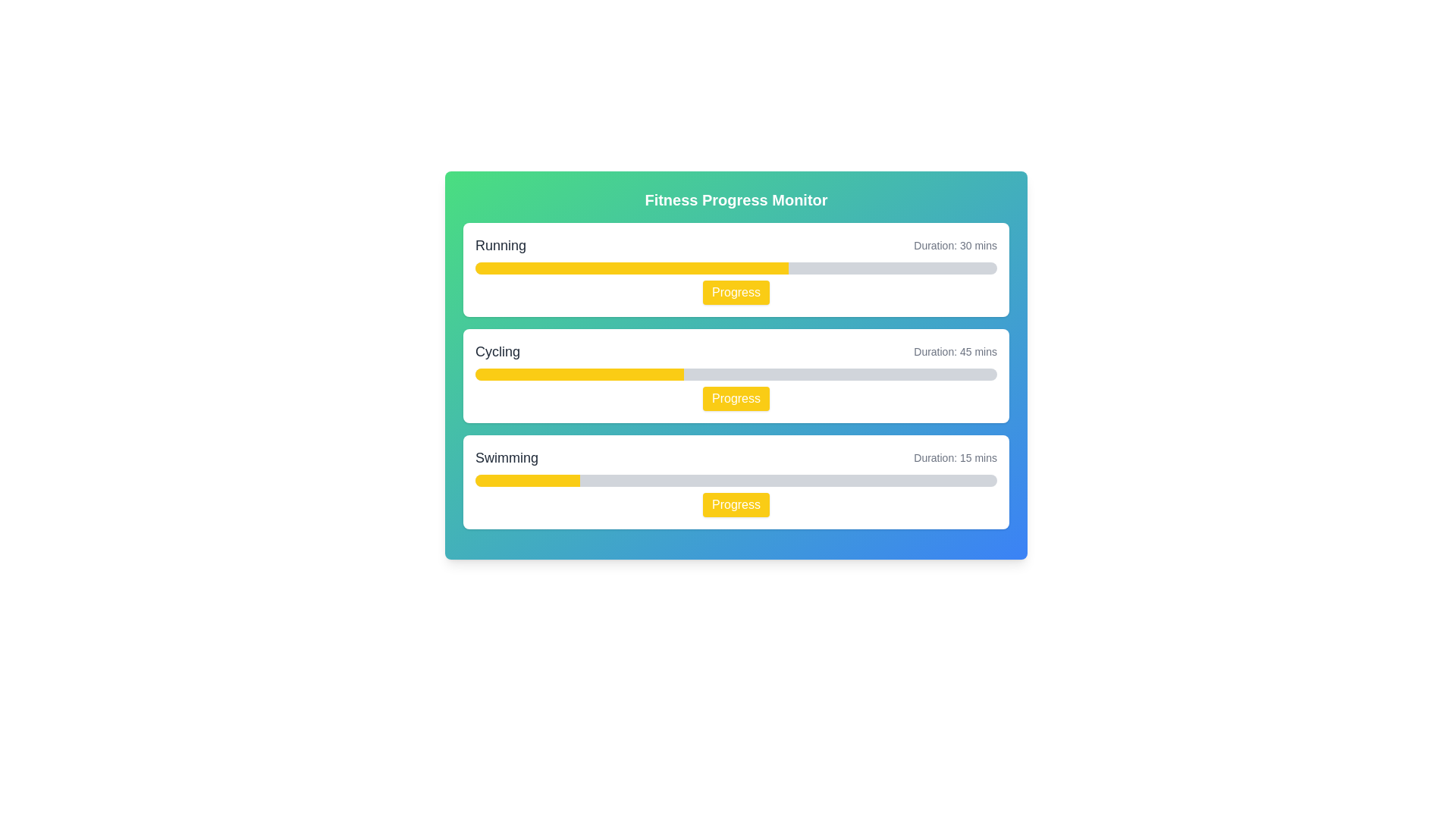 This screenshot has width=1456, height=819. Describe the element at coordinates (736, 505) in the screenshot. I see `the 'Progress' button with rounded edges, yellow background, and white text` at that location.